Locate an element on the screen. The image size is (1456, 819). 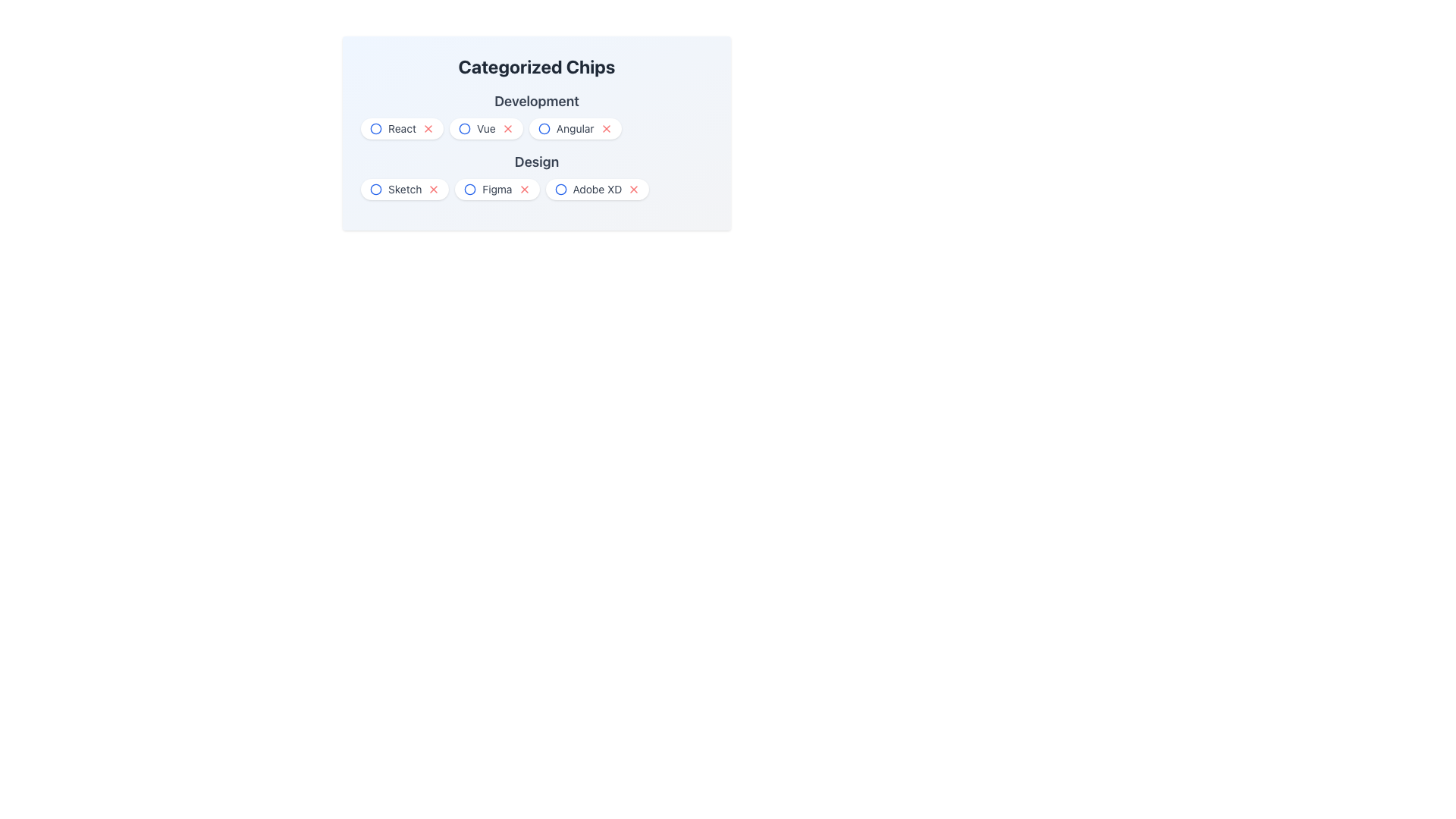
the selectable chip related to the 'Sketch' category is located at coordinates (405, 189).